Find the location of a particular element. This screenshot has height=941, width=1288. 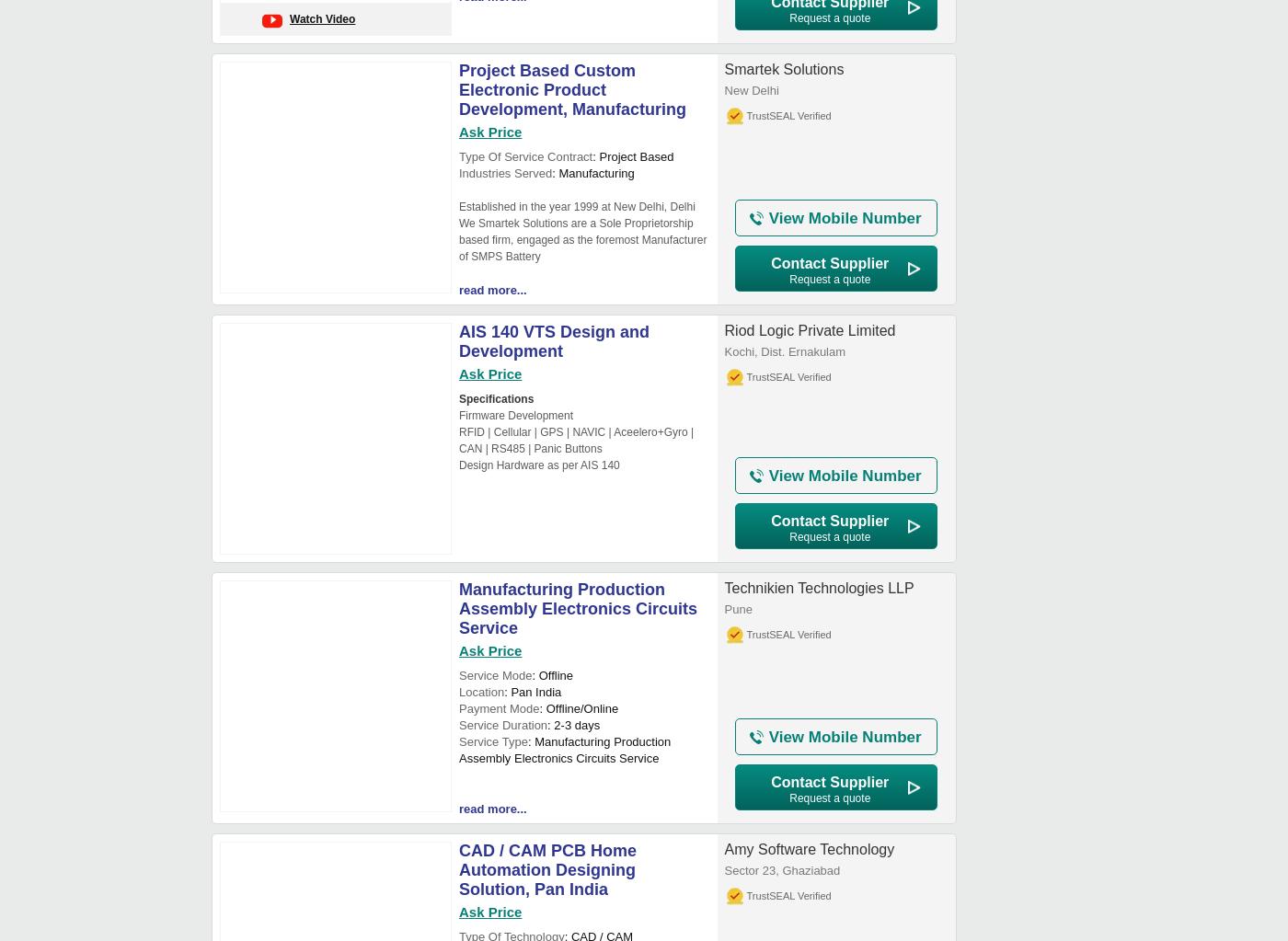

'Design Hardware as per AIS 140' is located at coordinates (539, 465).